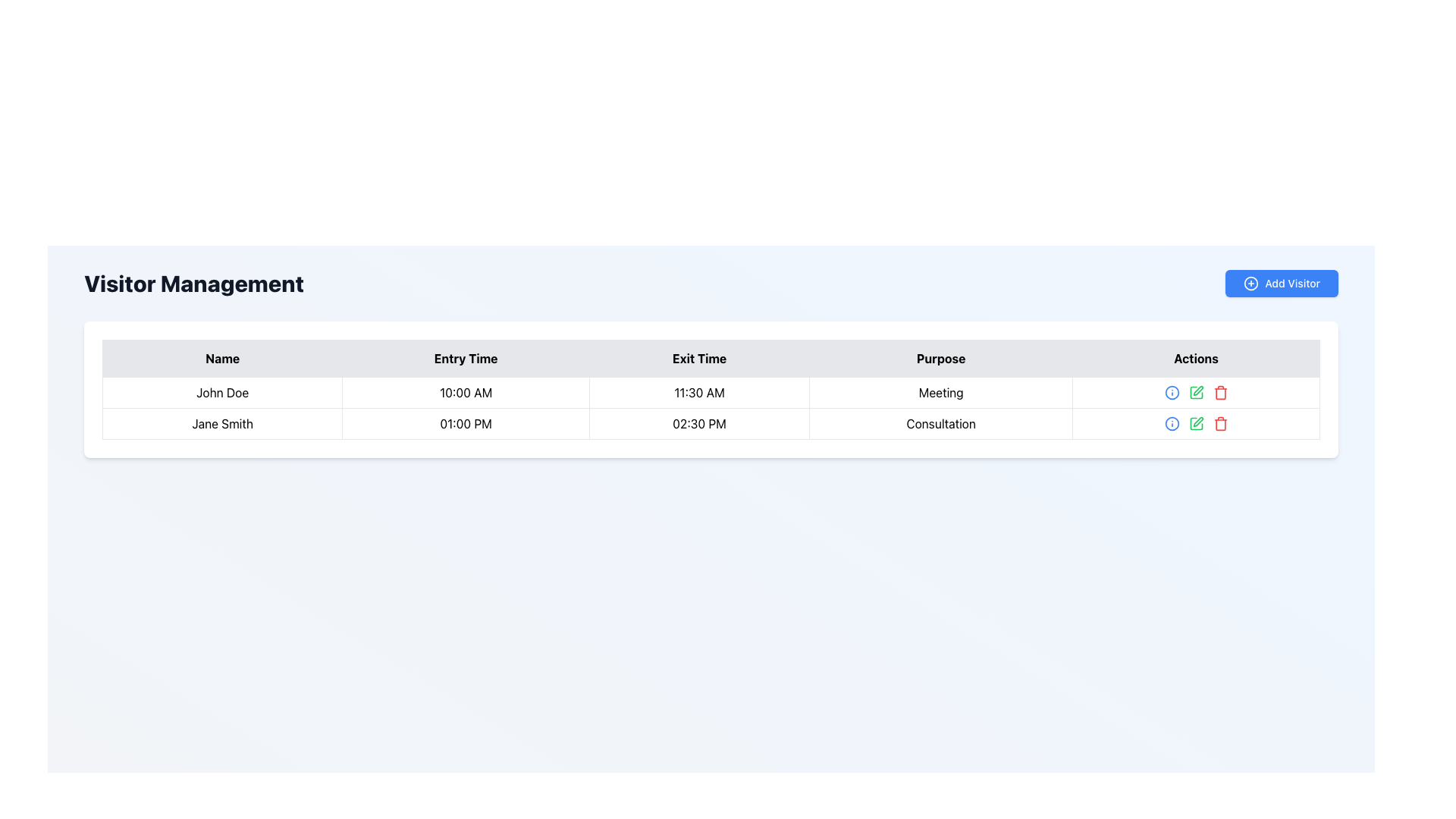 Image resolution: width=1456 pixels, height=819 pixels. Describe the element at coordinates (1171, 424) in the screenshot. I see `the Circle icon in the 'Actions' column of the second row next to 'Jane Smith's' entry` at that location.